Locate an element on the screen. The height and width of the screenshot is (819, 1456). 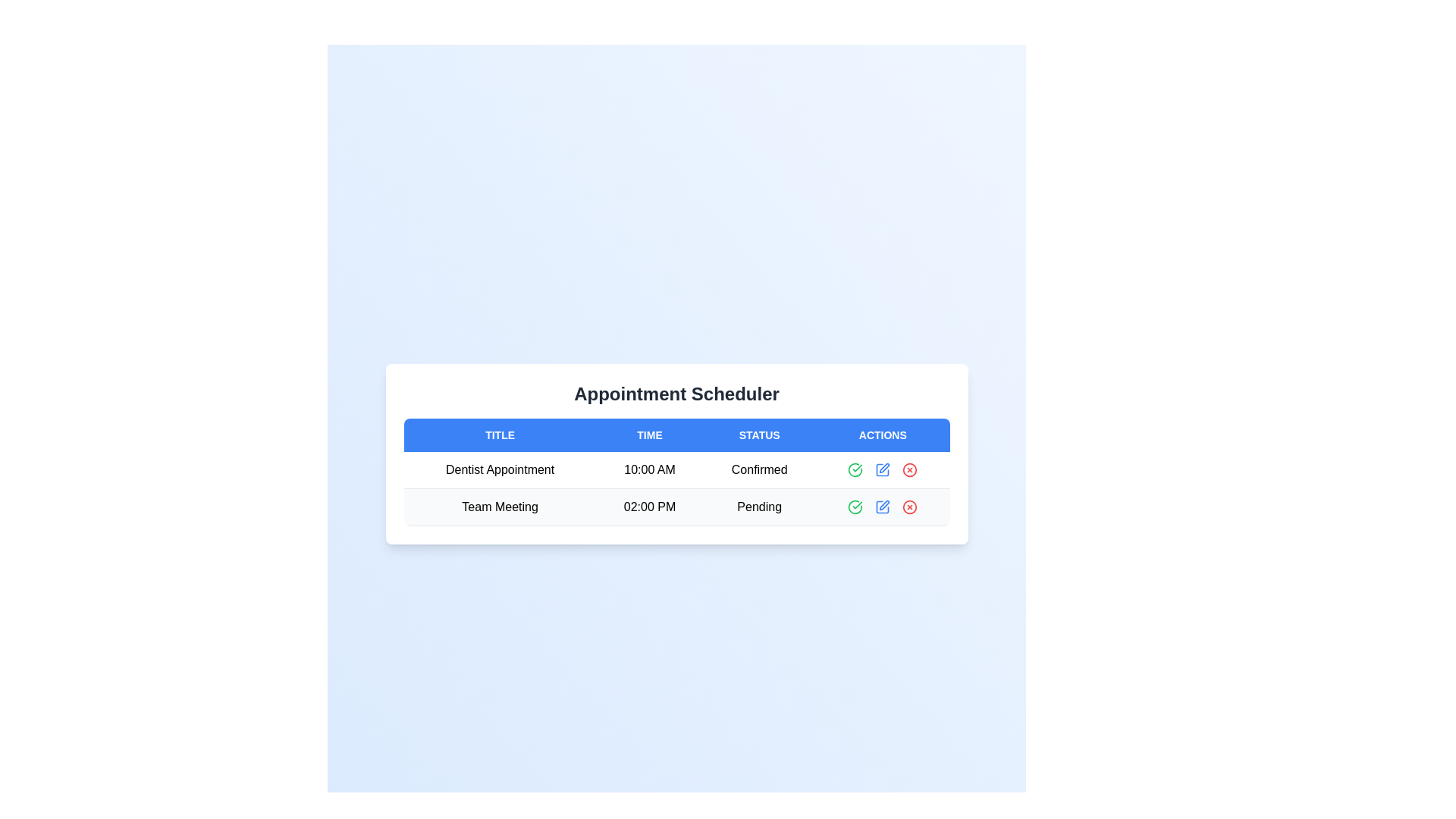
the text label with the blue background and white uppercase text reading 'TITLE', which is the first column header in the structured table layout is located at coordinates (500, 435).